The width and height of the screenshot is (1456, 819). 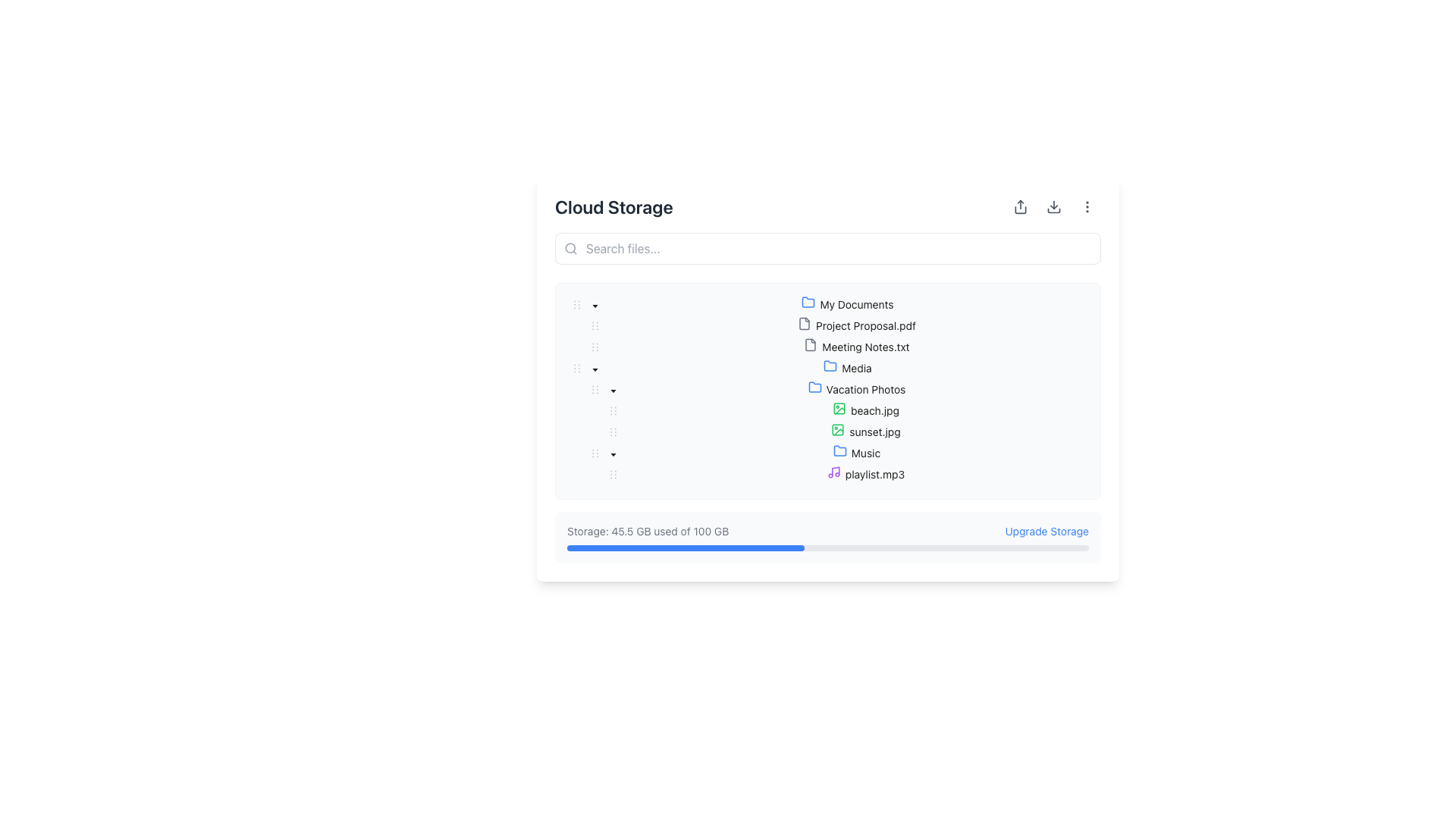 I want to click on the file icon representing 'Meeting Notes.txt', so click(x=812, y=347).